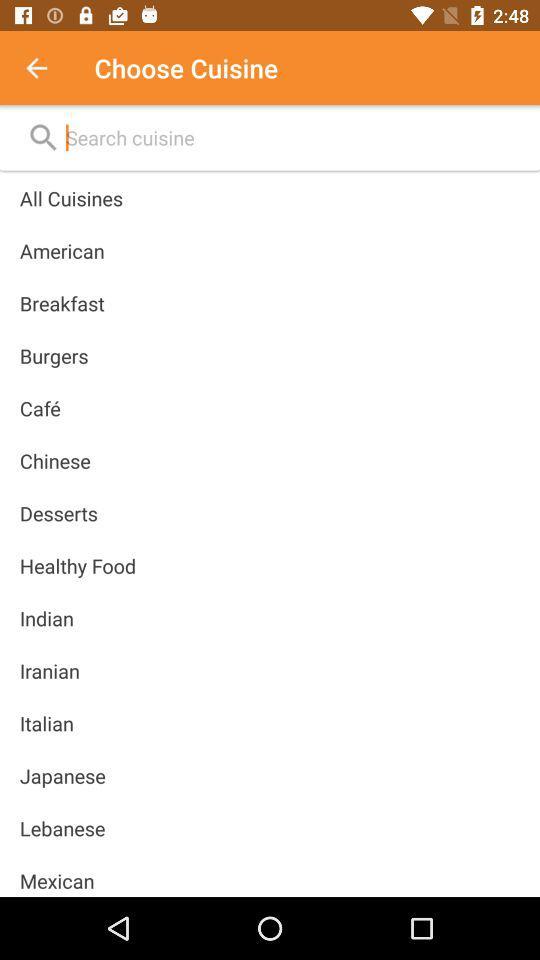 This screenshot has height=960, width=540. What do you see at coordinates (55, 461) in the screenshot?
I see `icon above desserts item` at bounding box center [55, 461].